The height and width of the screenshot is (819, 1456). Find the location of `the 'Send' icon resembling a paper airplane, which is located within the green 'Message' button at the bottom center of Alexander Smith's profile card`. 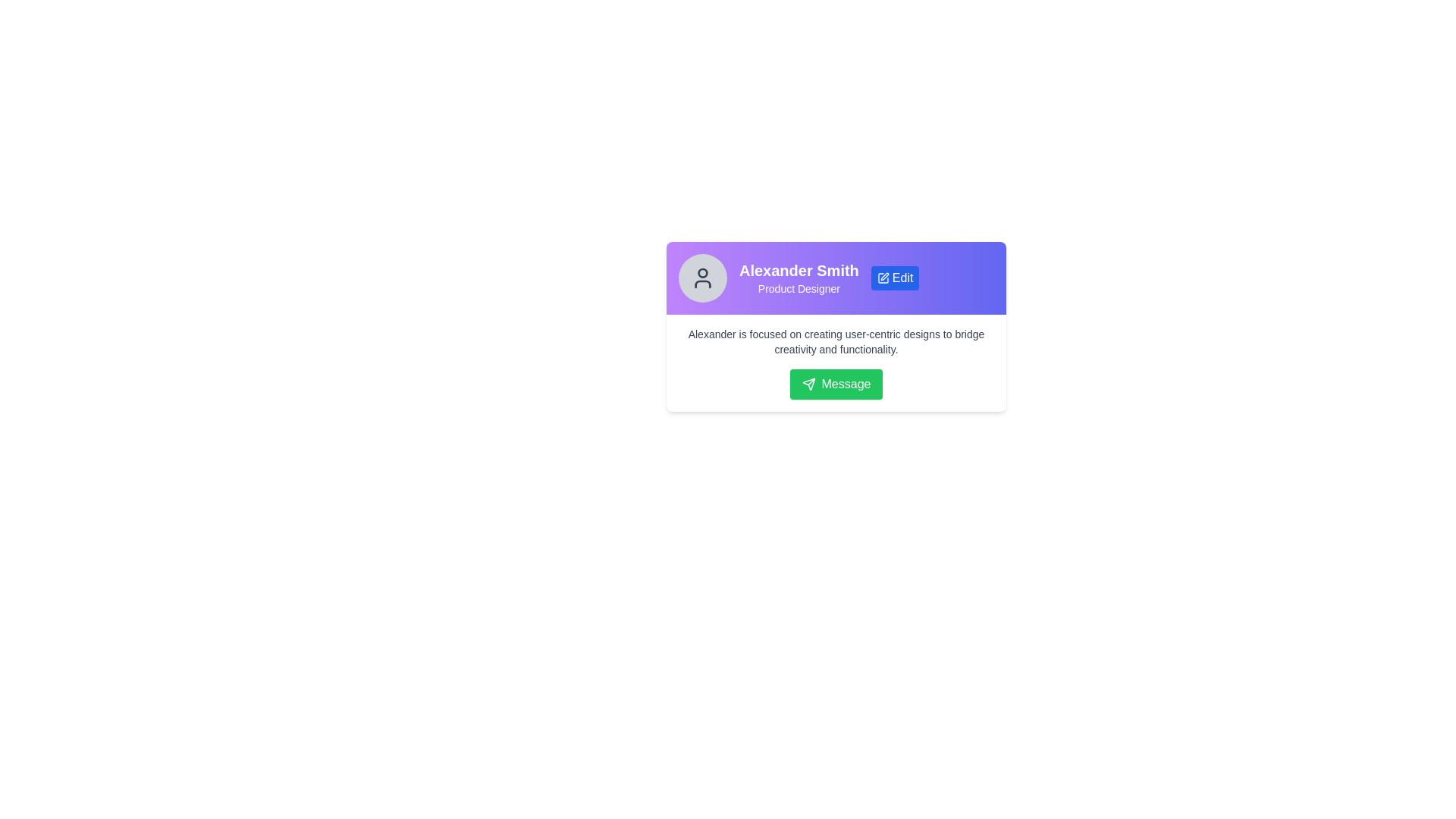

the 'Send' icon resembling a paper airplane, which is located within the green 'Message' button at the bottom center of Alexander Smith's profile card is located at coordinates (808, 383).